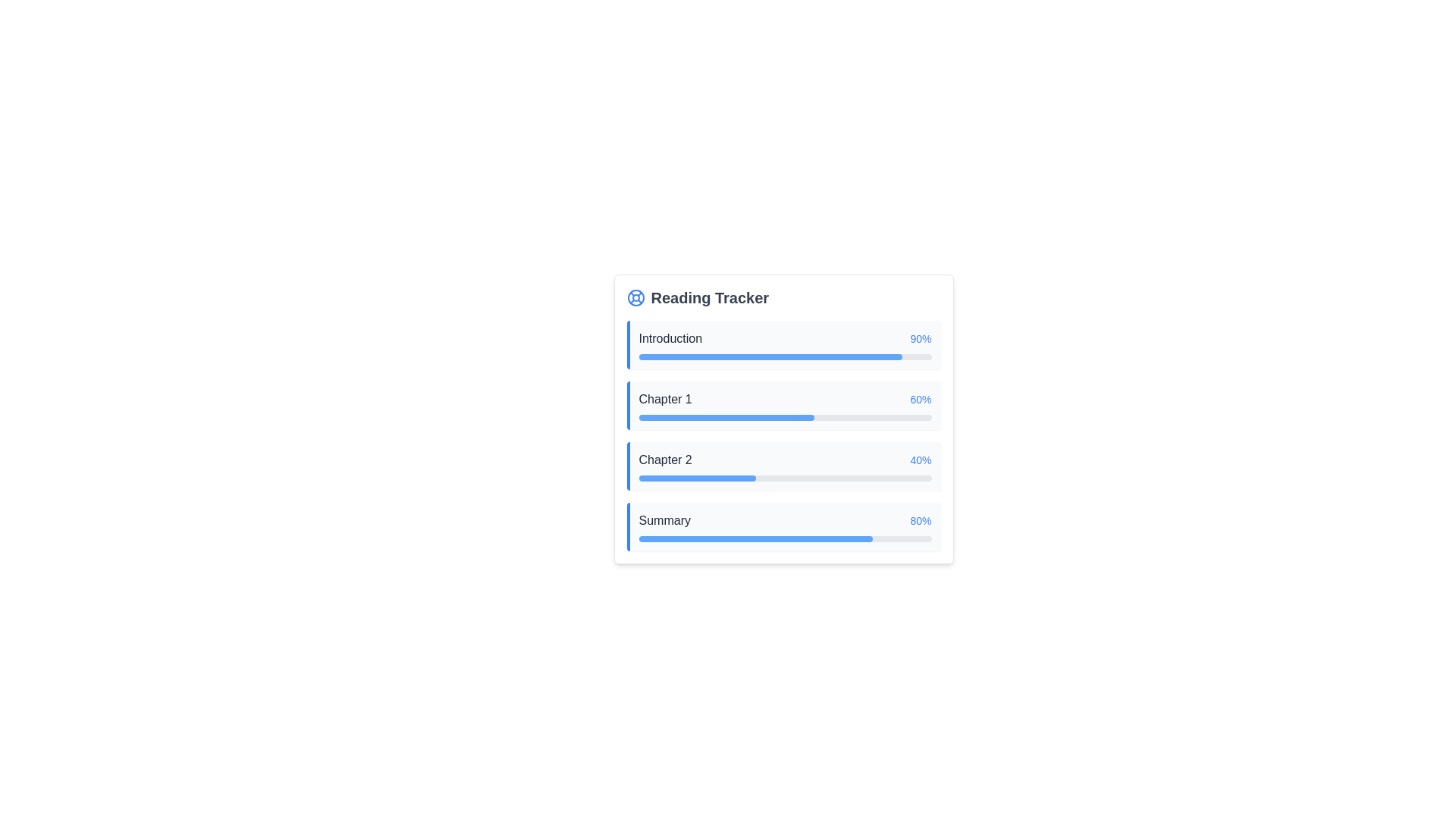 This screenshot has width=1456, height=819. Describe the element at coordinates (920, 459) in the screenshot. I see `the completion percentage text indicator for 'Chapter 2' in the reading tracker interface` at that location.